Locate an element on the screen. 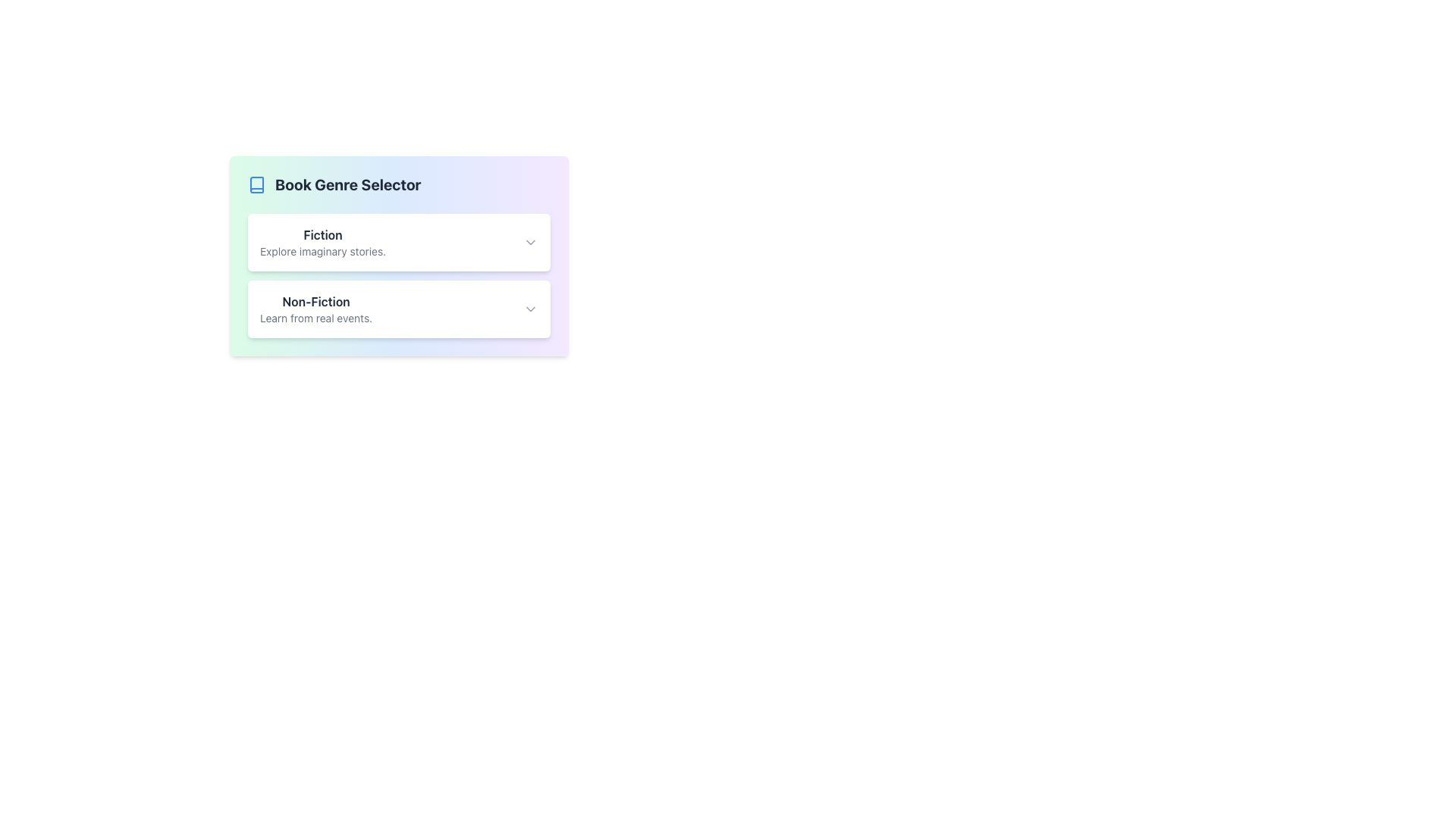  the Dropdown toggle icon on the far-right side of the 'Fiction' area is located at coordinates (531, 242).